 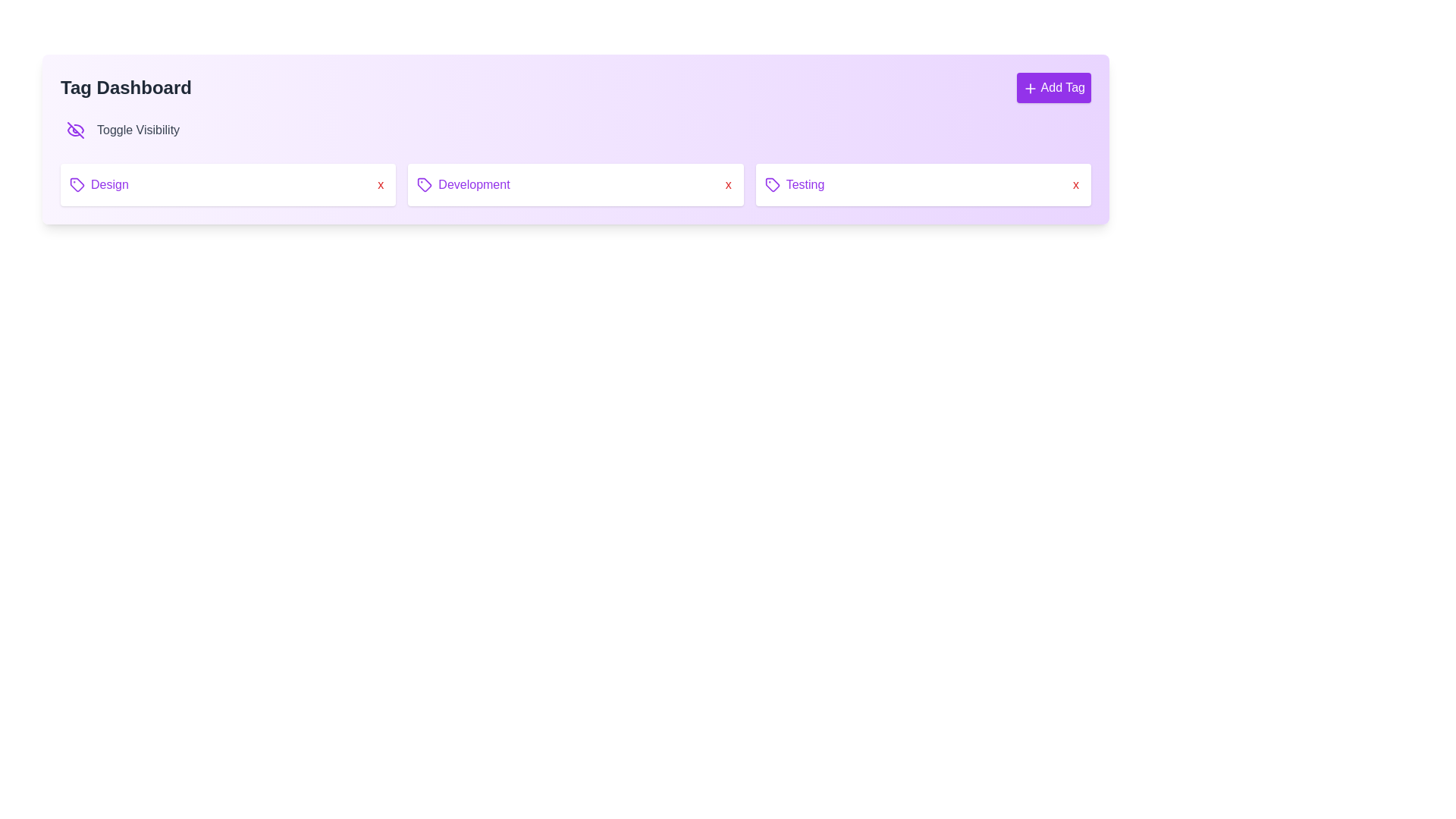 I want to click on the small purple plus sign icon located at the top-right corner of the 'Add Tag' button, so click(x=1030, y=88).